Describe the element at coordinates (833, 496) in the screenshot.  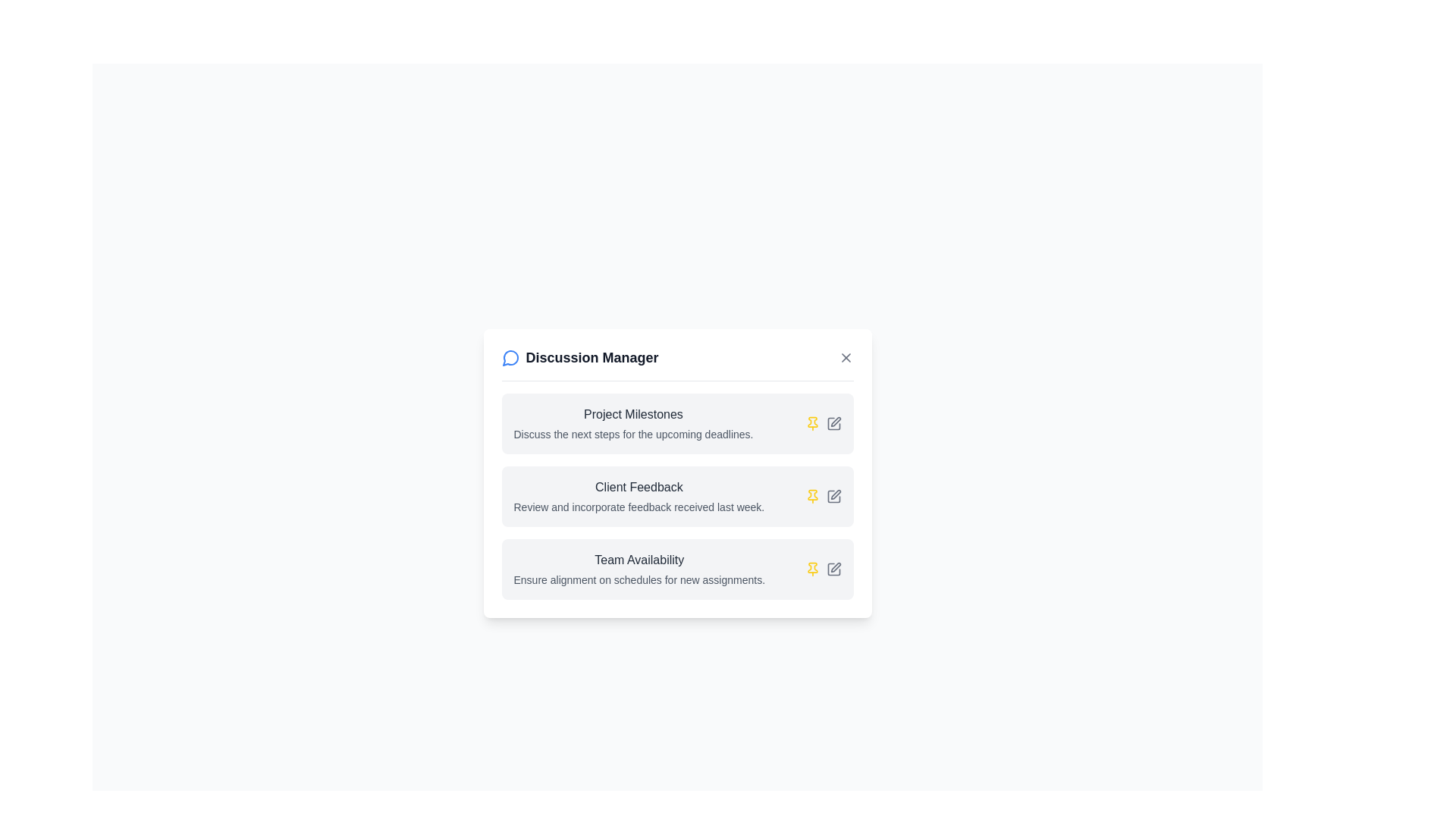
I see `the Icon button located in the top-right corner of the 'Client Feedback' row` at that location.